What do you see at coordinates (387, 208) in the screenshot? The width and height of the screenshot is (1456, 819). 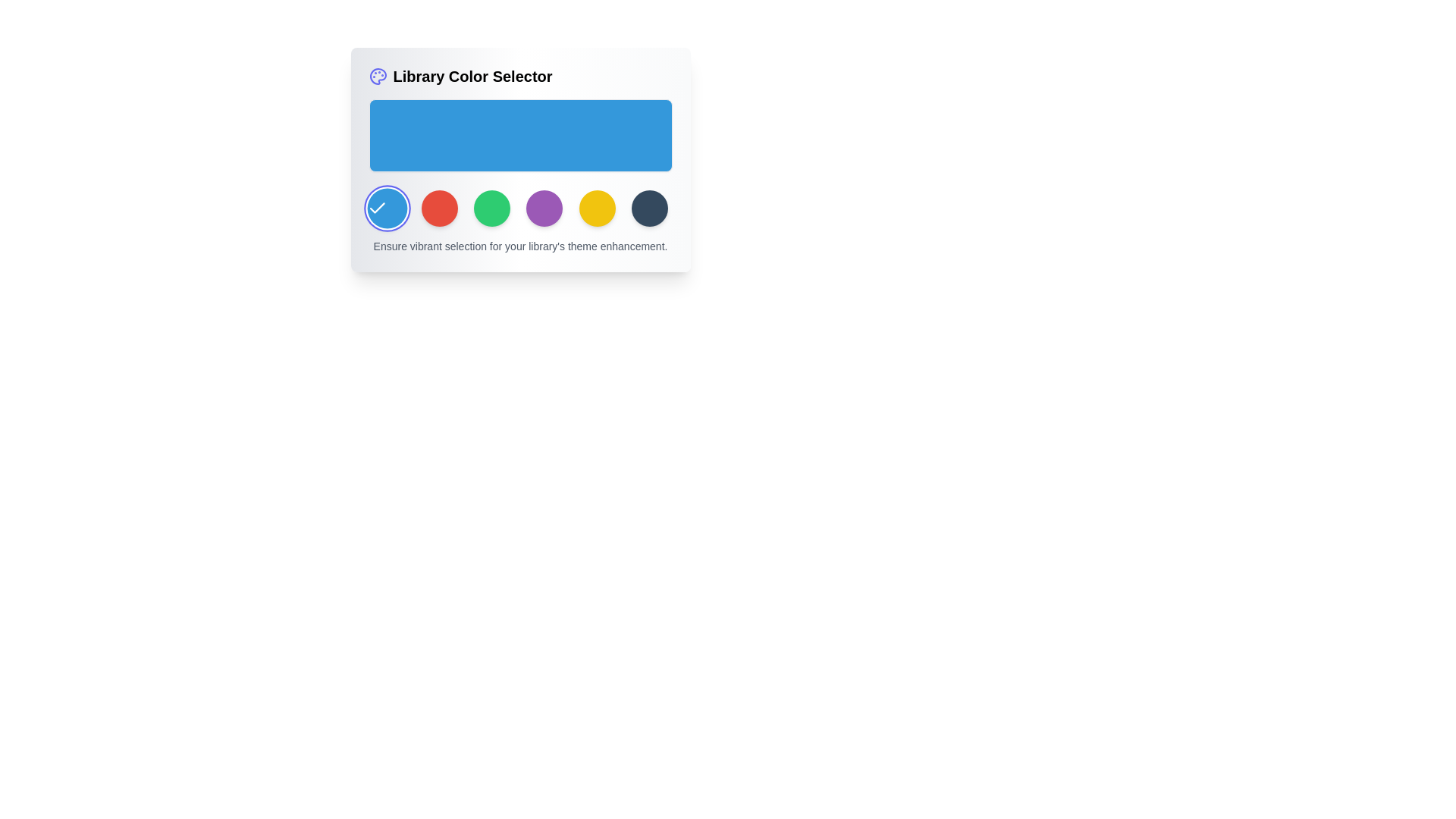 I see `the circular blue button with a white checkmark icon in the 'Library Color Selector' section` at bounding box center [387, 208].